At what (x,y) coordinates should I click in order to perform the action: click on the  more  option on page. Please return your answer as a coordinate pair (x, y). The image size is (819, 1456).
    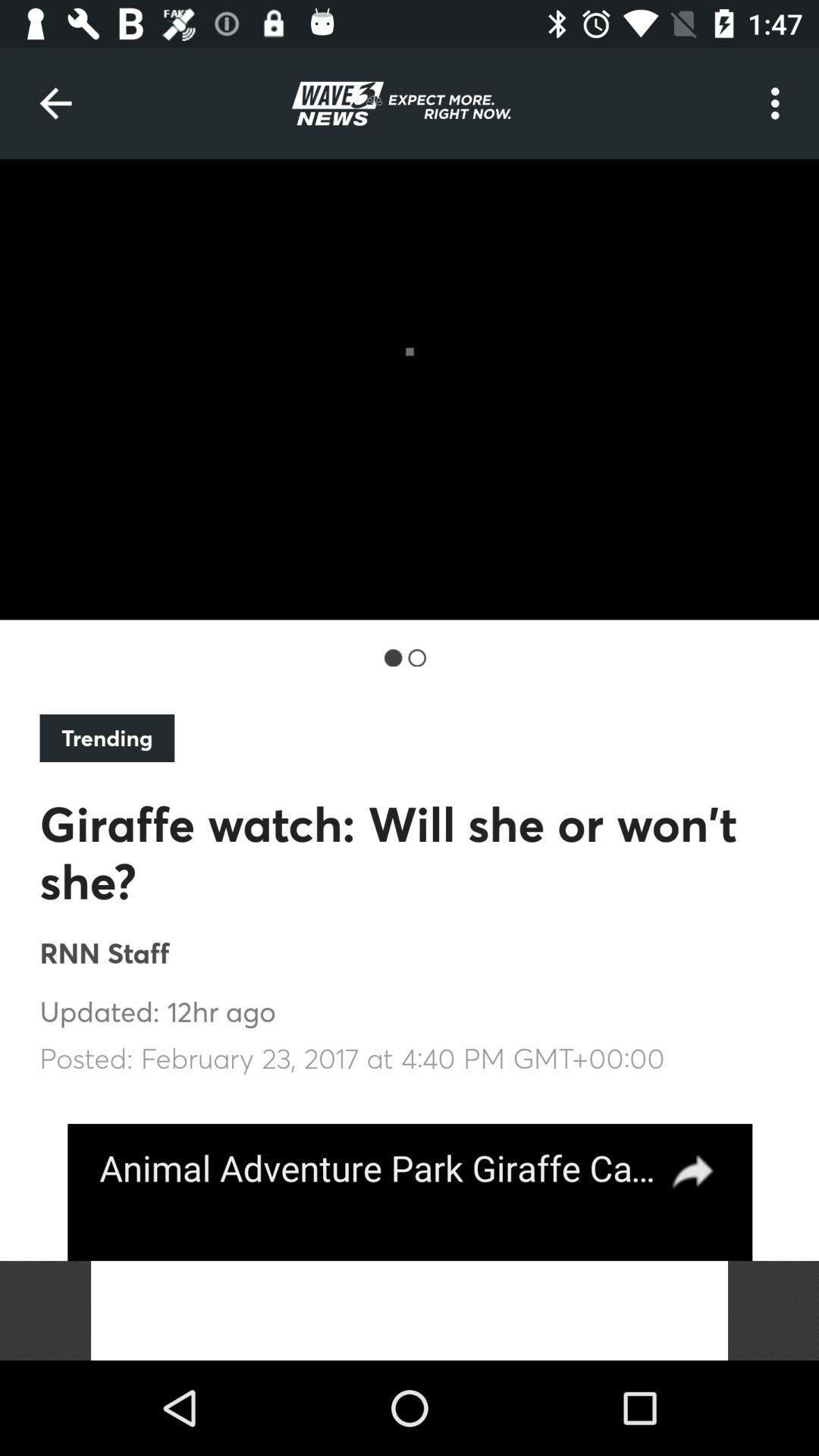
    Looking at the image, I should click on (779, 103).